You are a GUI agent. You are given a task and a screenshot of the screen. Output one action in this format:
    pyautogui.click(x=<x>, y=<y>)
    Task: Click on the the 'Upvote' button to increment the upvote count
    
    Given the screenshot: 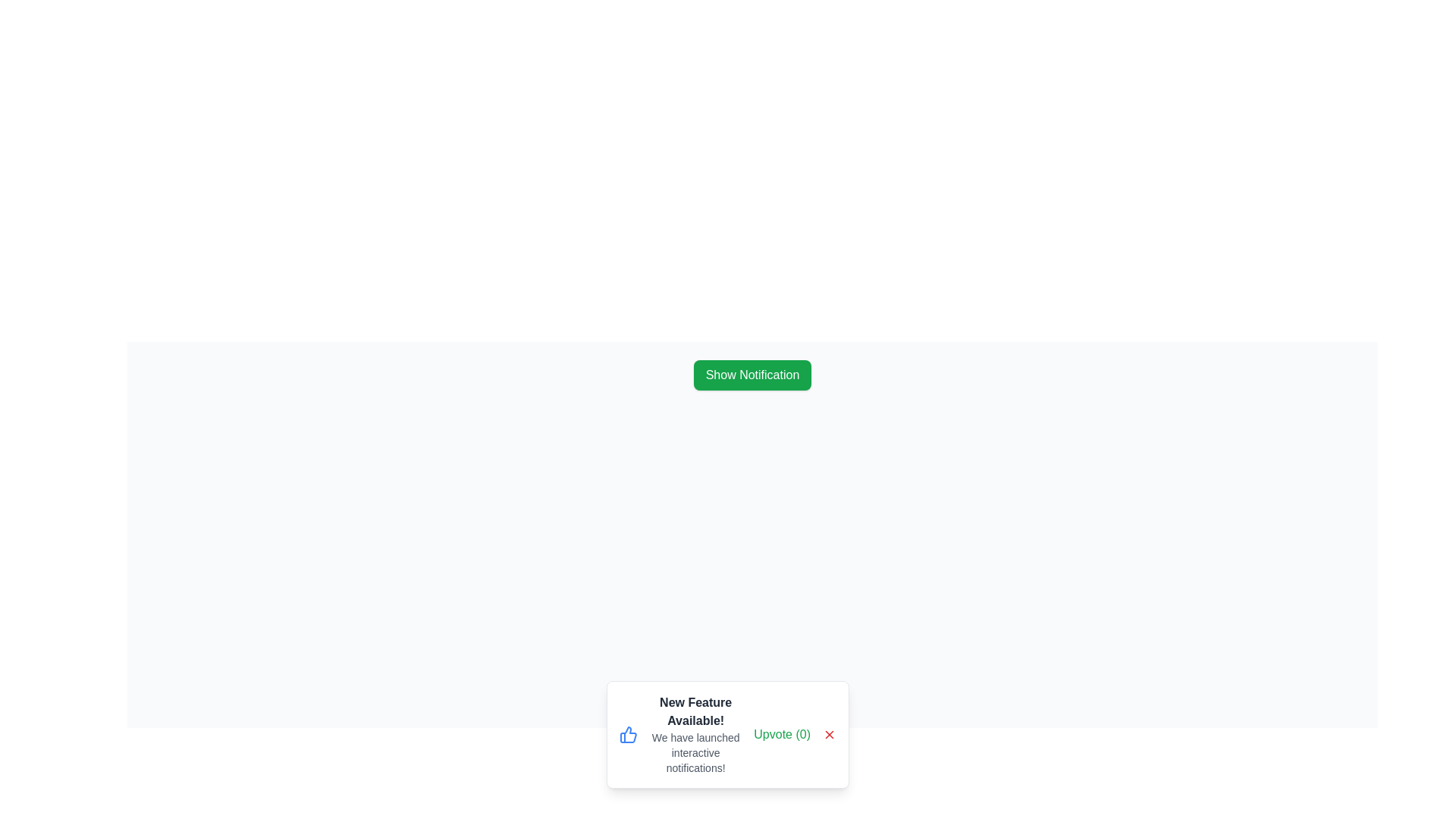 What is the action you would take?
    pyautogui.click(x=782, y=733)
    